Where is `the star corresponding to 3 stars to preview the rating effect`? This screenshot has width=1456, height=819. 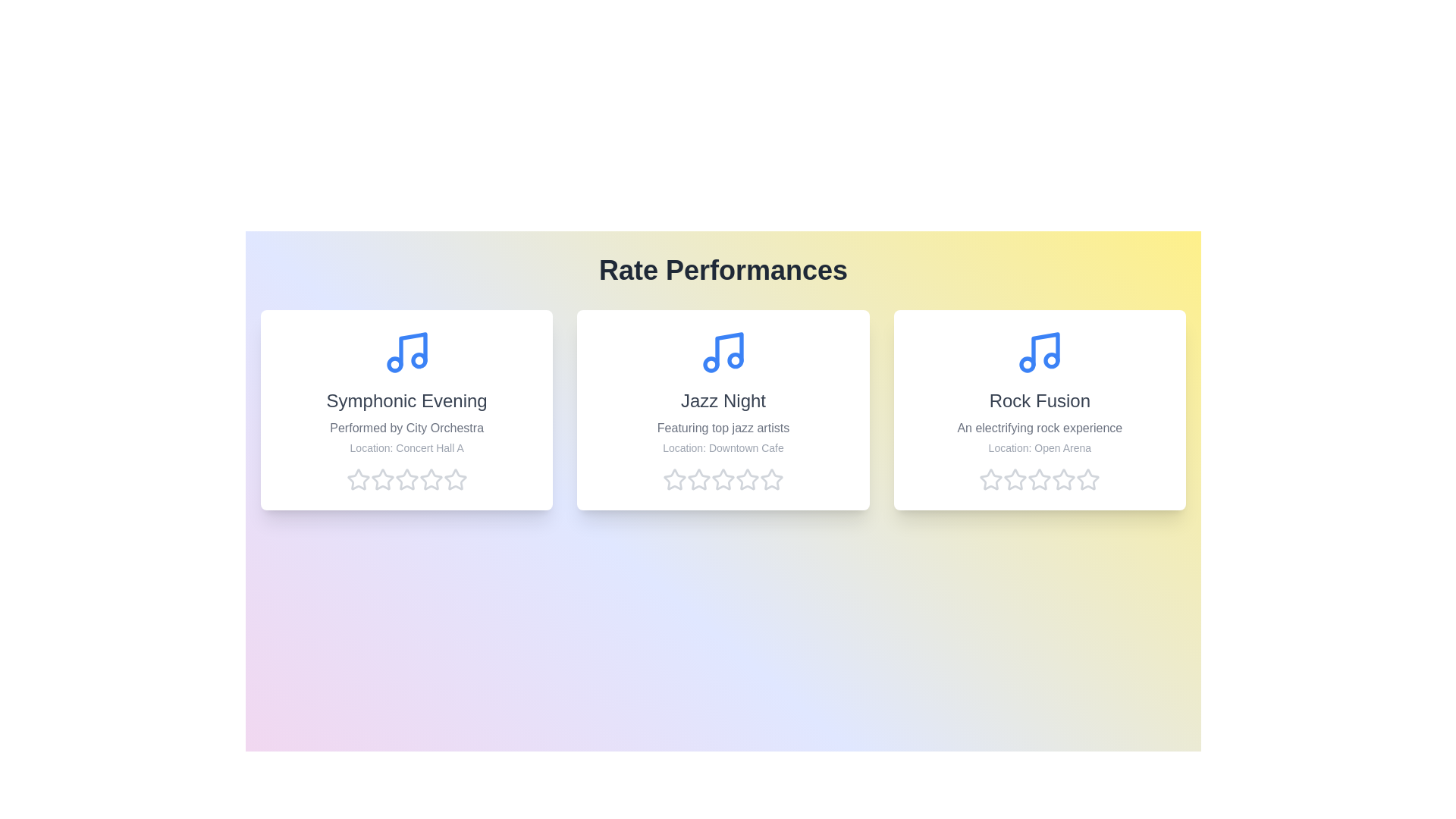
the star corresponding to 3 stars to preview the rating effect is located at coordinates (406, 479).